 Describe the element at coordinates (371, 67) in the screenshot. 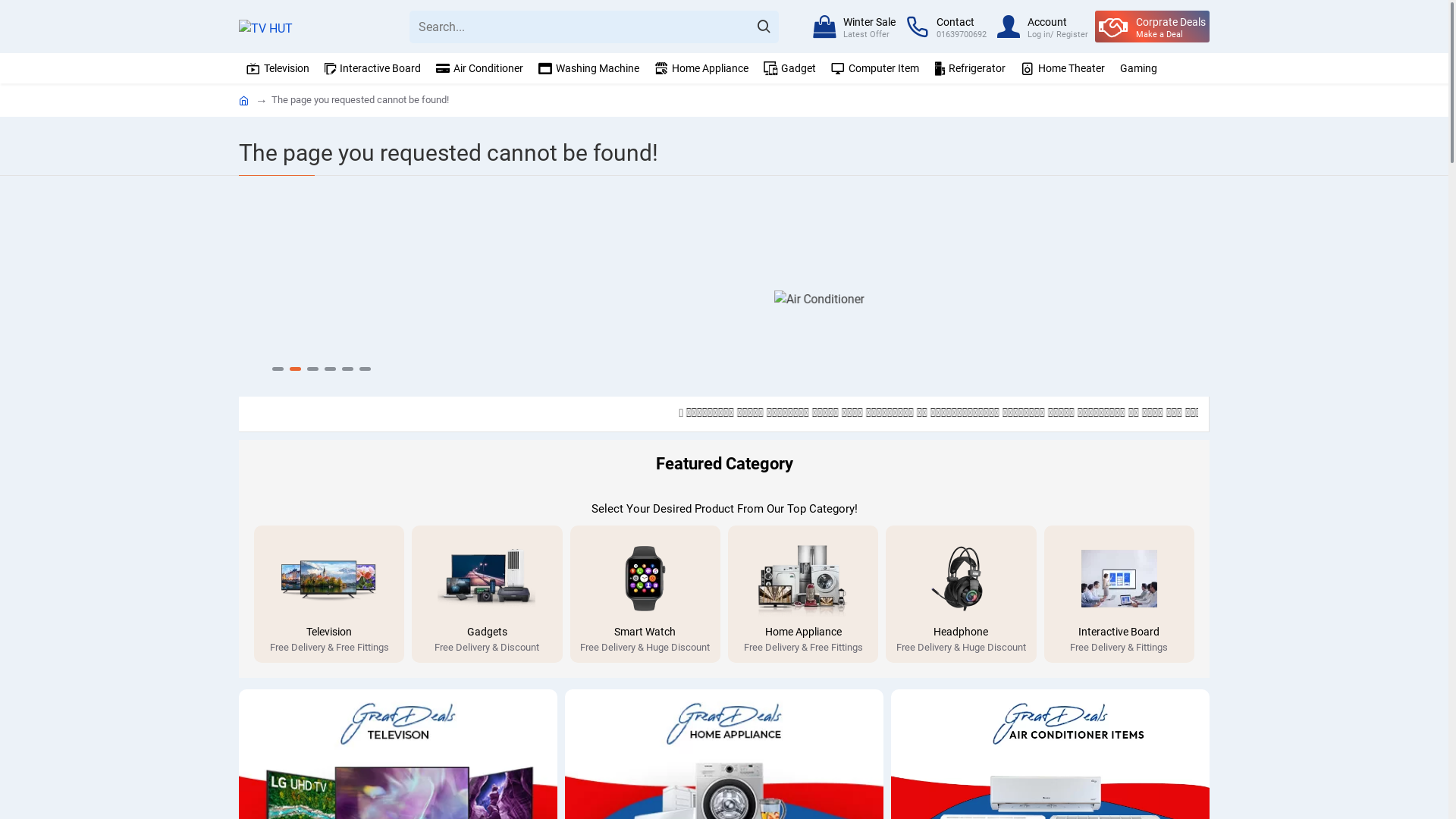

I see `'Interactive Board'` at that location.